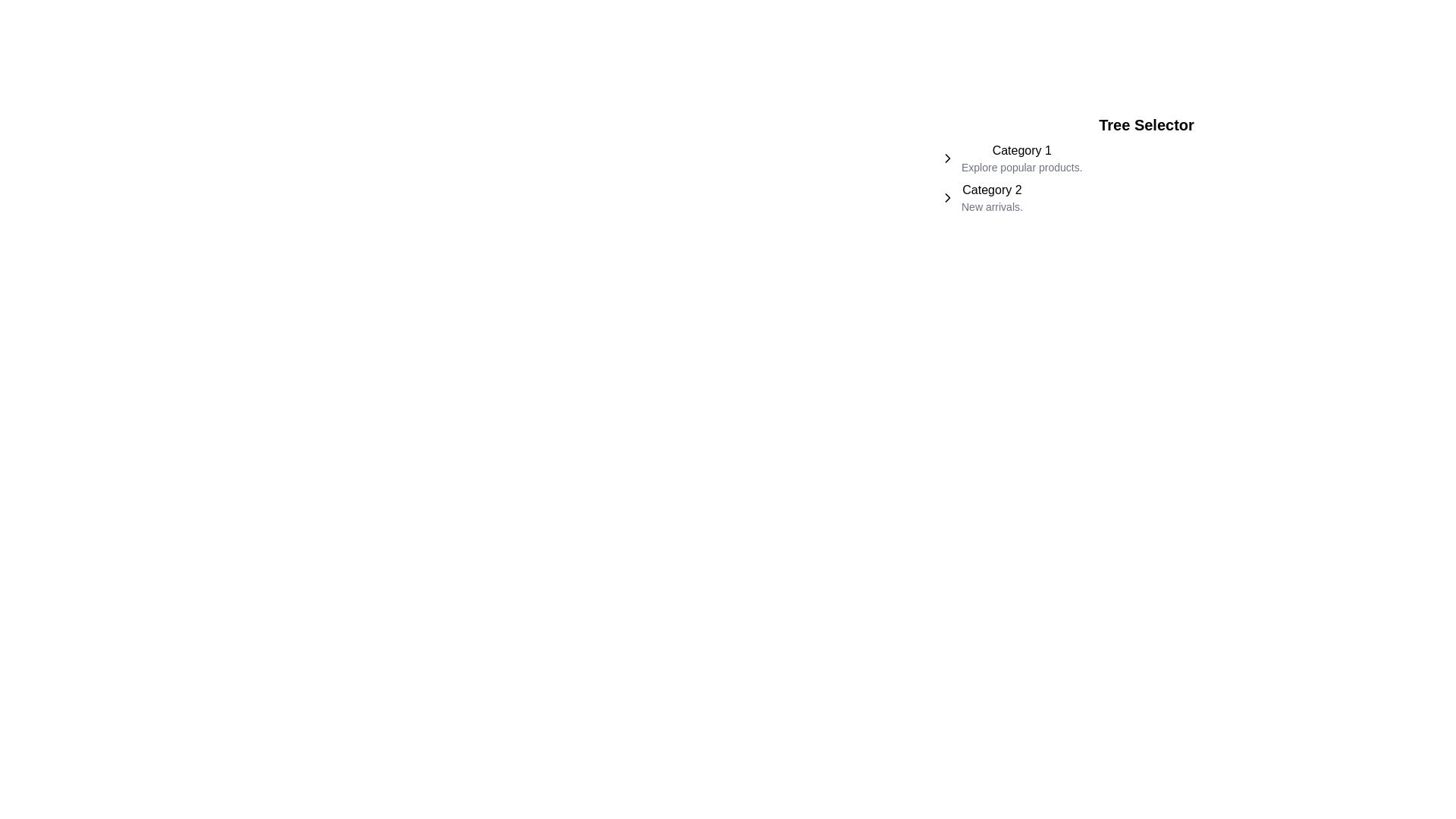  I want to click on the right-facing chevron icon located to the left of the text labeled 'Category 2', so click(946, 197).